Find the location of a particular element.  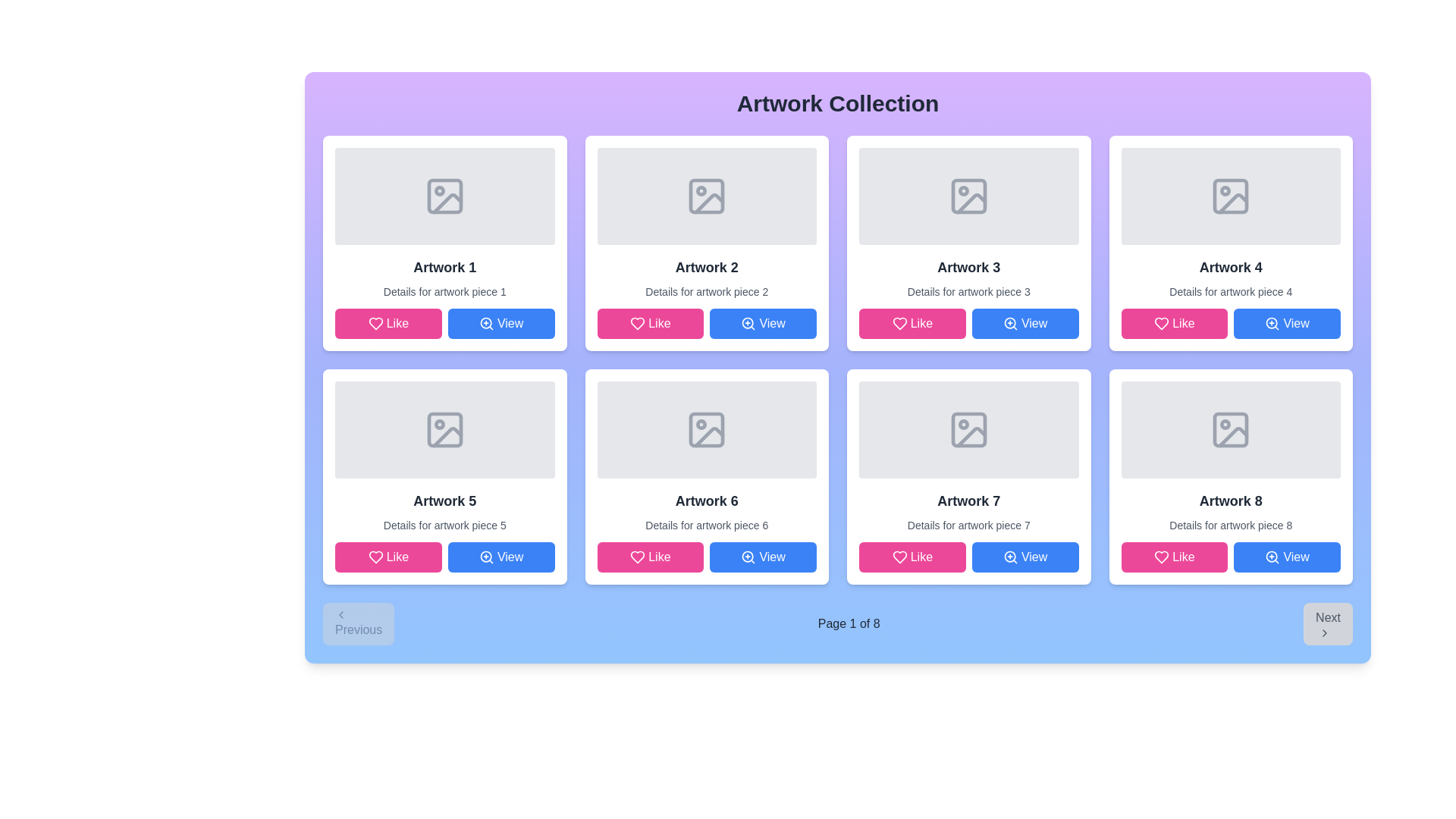

the text element that provides additional descriptive information about 'Artwork 1', located below the bold title text and above the buttons labeled 'Like' and 'View' is located at coordinates (444, 292).